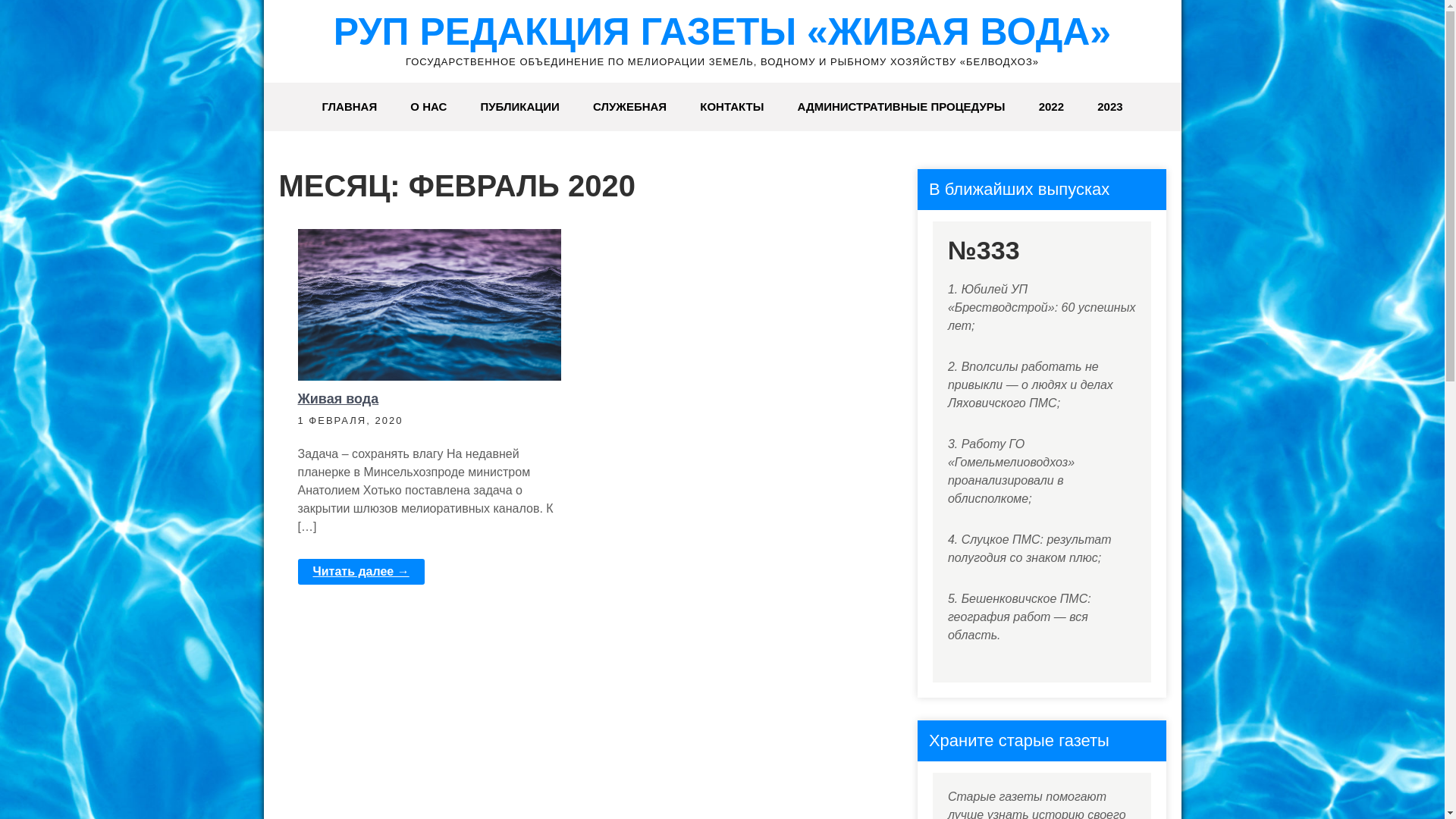 The height and width of the screenshot is (819, 1456). Describe the element at coordinates (1109, 106) in the screenshot. I see `'2023'` at that location.